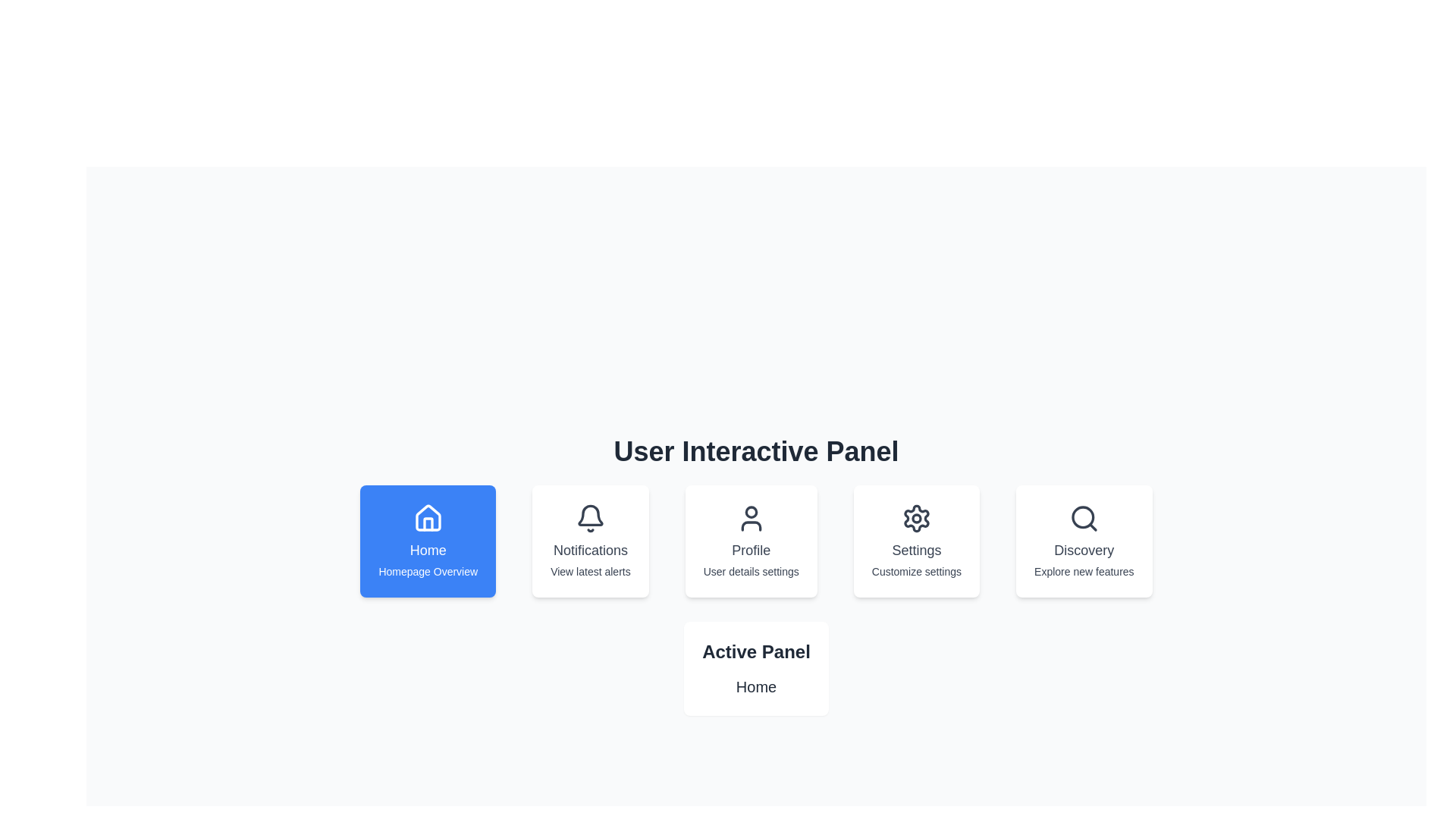 This screenshot has width=1456, height=819. I want to click on the text label displaying 'View latest alerts' located within the 'Notifications' card, so click(589, 571).